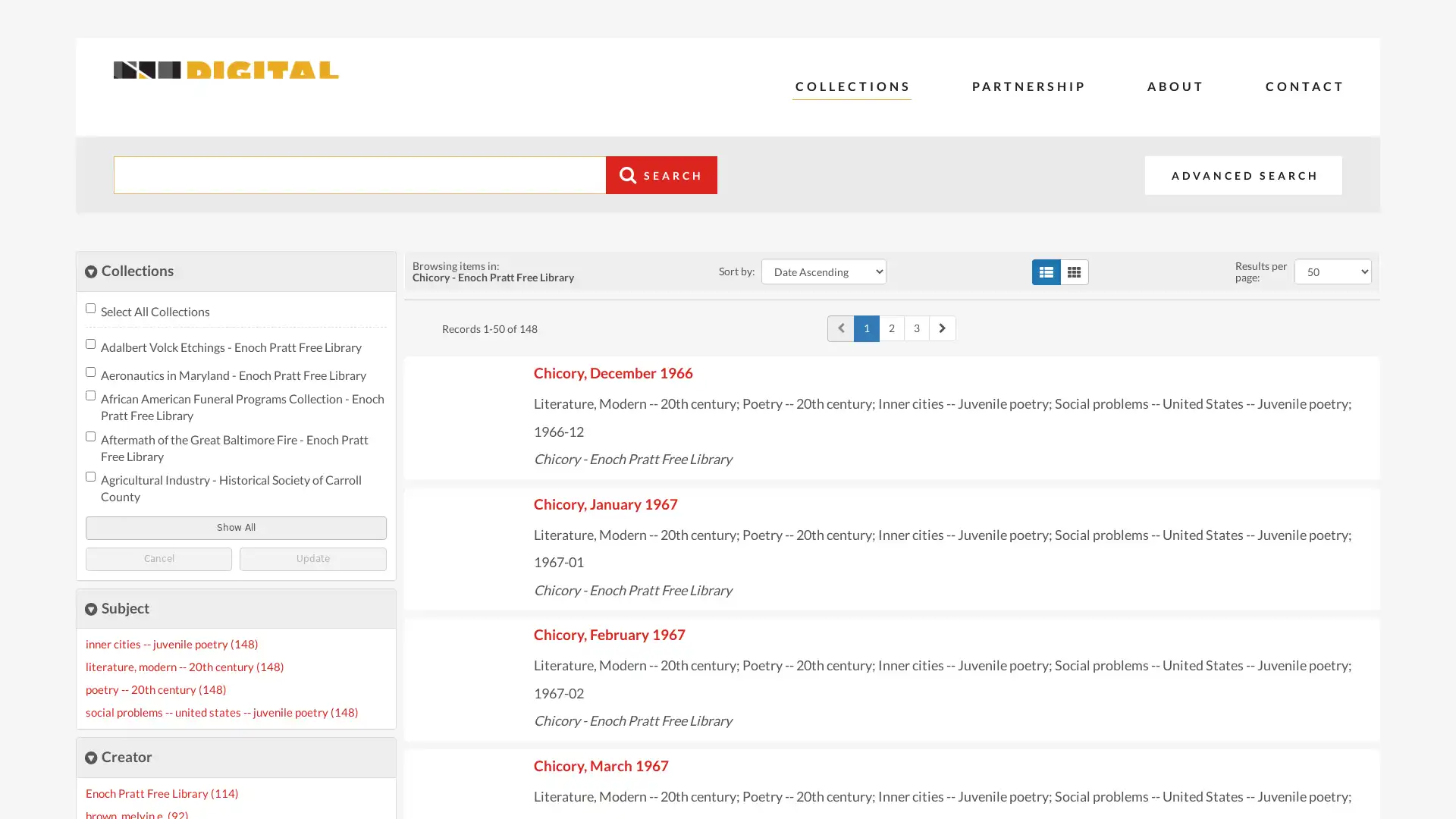  I want to click on Search, so click(661, 174).